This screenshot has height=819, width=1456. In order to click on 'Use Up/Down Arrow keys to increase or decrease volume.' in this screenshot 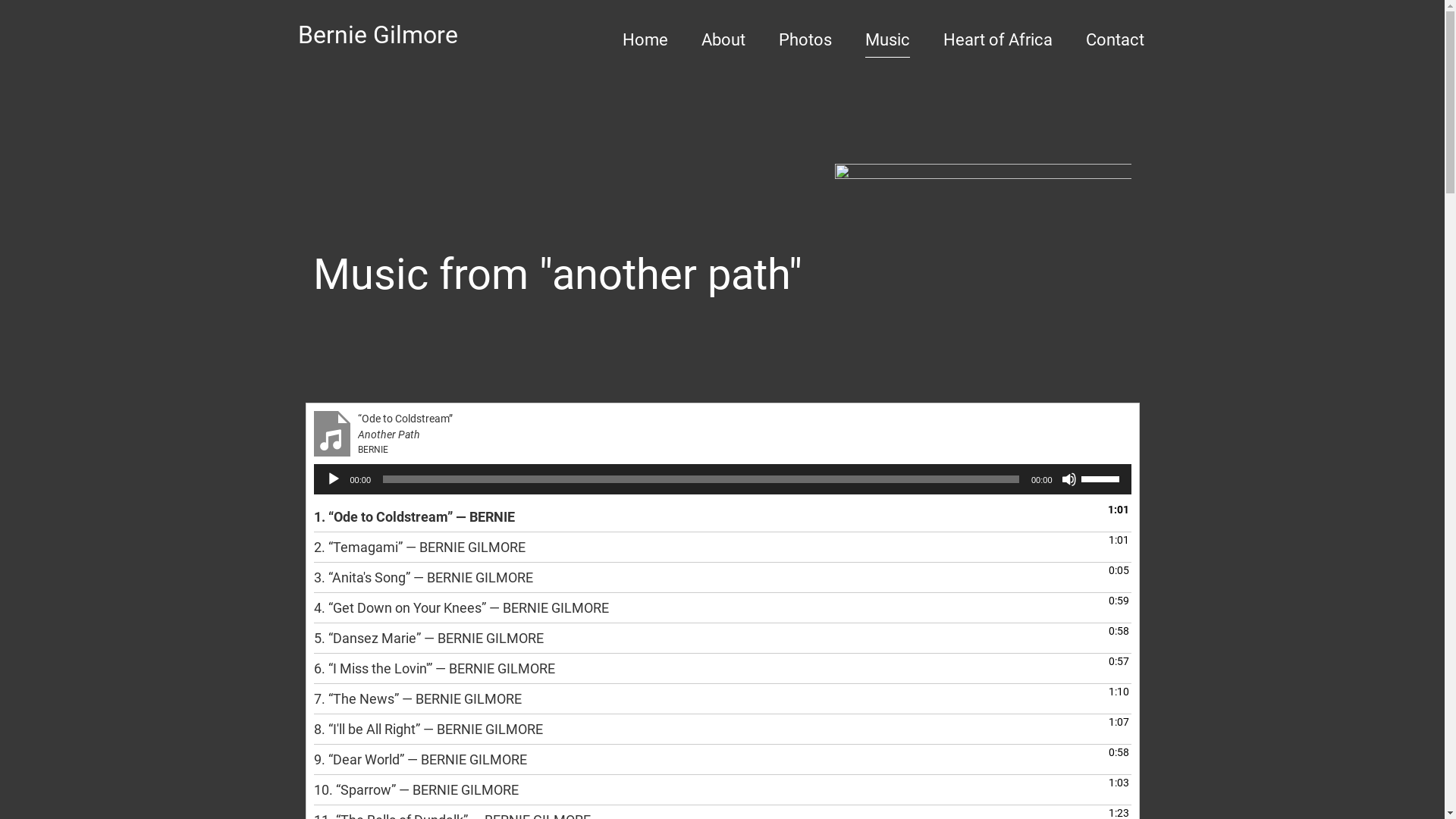, I will do `click(1103, 476)`.